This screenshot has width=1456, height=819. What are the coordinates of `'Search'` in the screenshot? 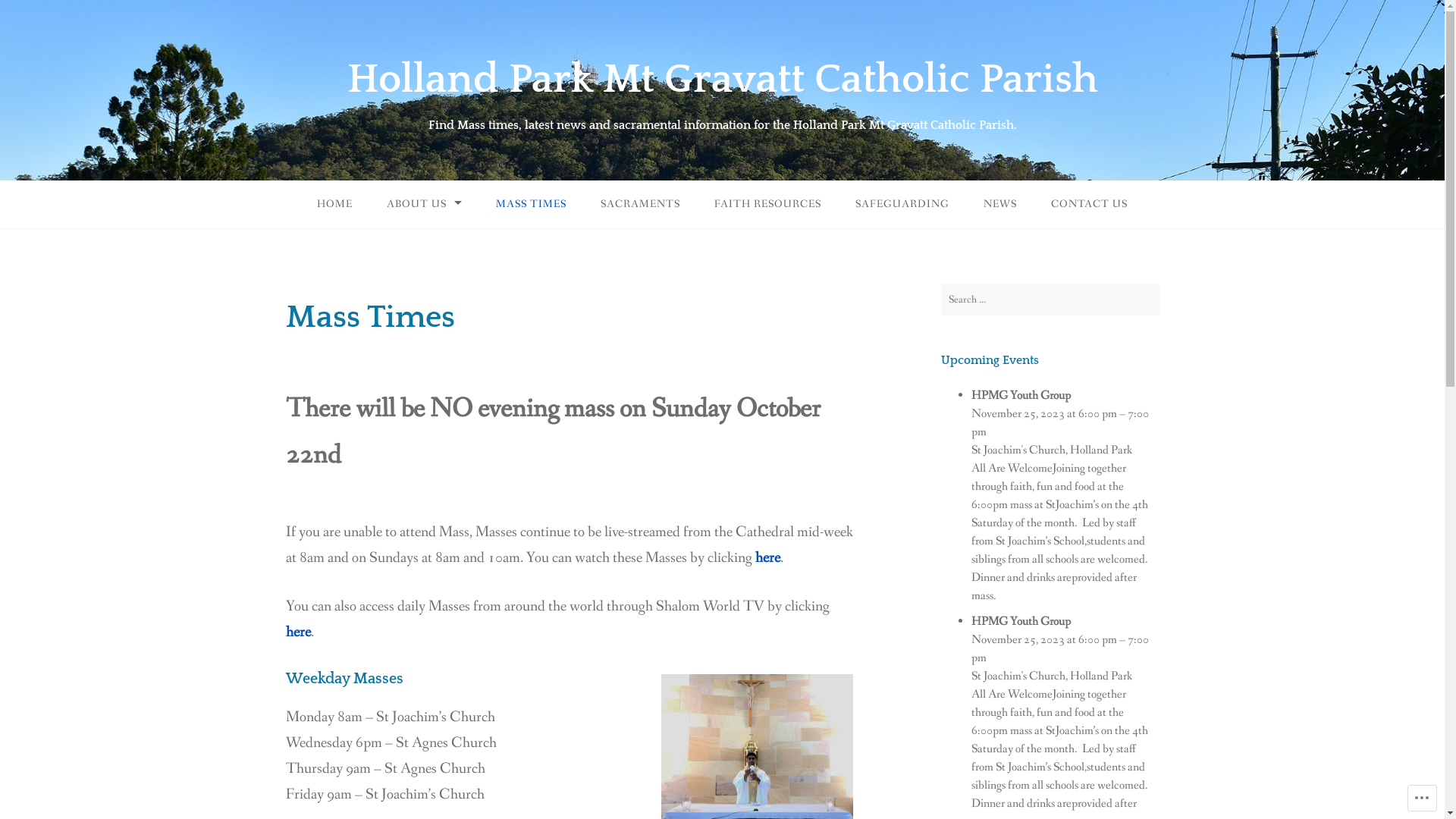 It's located at (27, 14).